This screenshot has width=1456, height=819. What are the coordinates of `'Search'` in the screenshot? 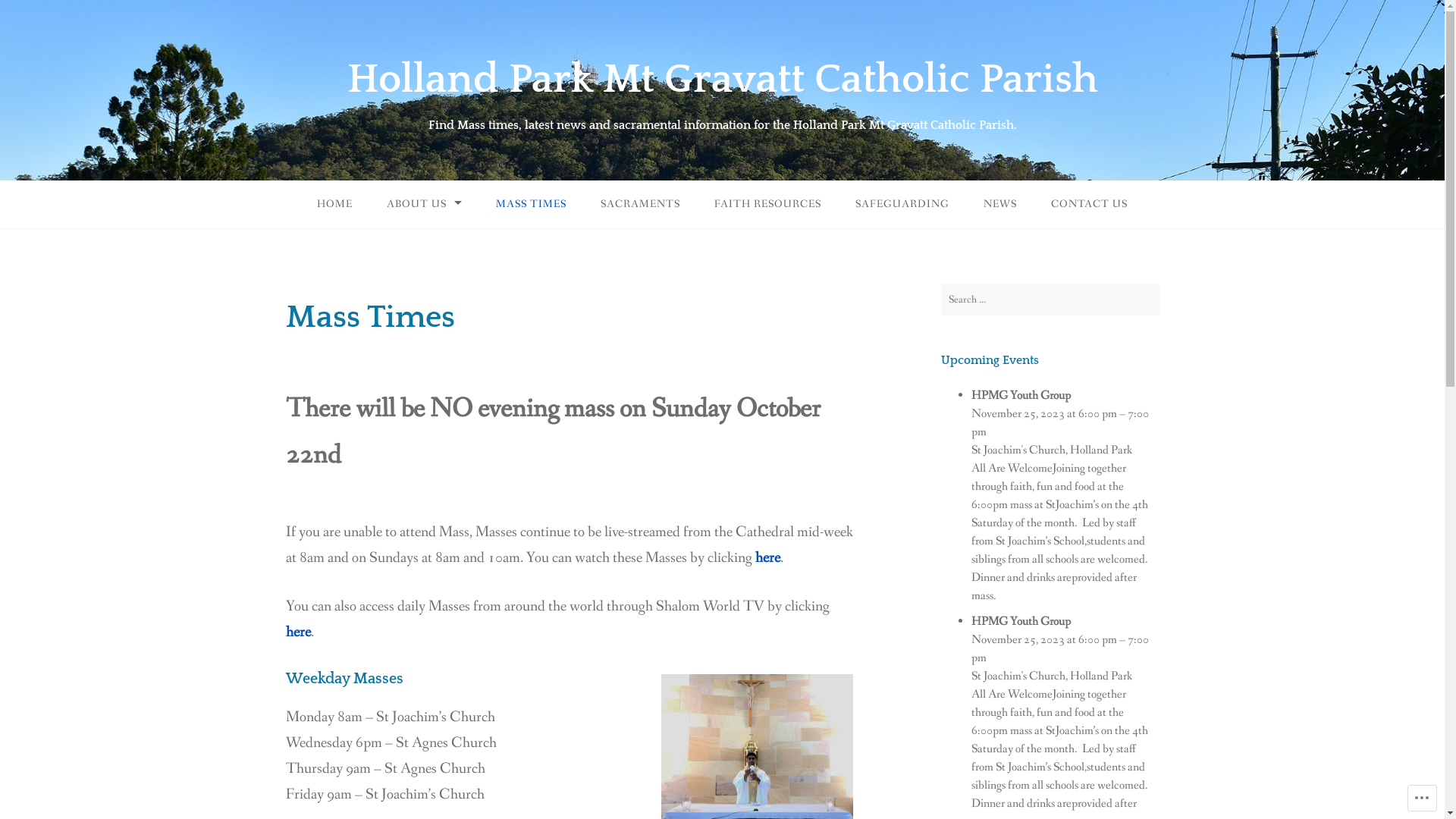 It's located at (27, 14).